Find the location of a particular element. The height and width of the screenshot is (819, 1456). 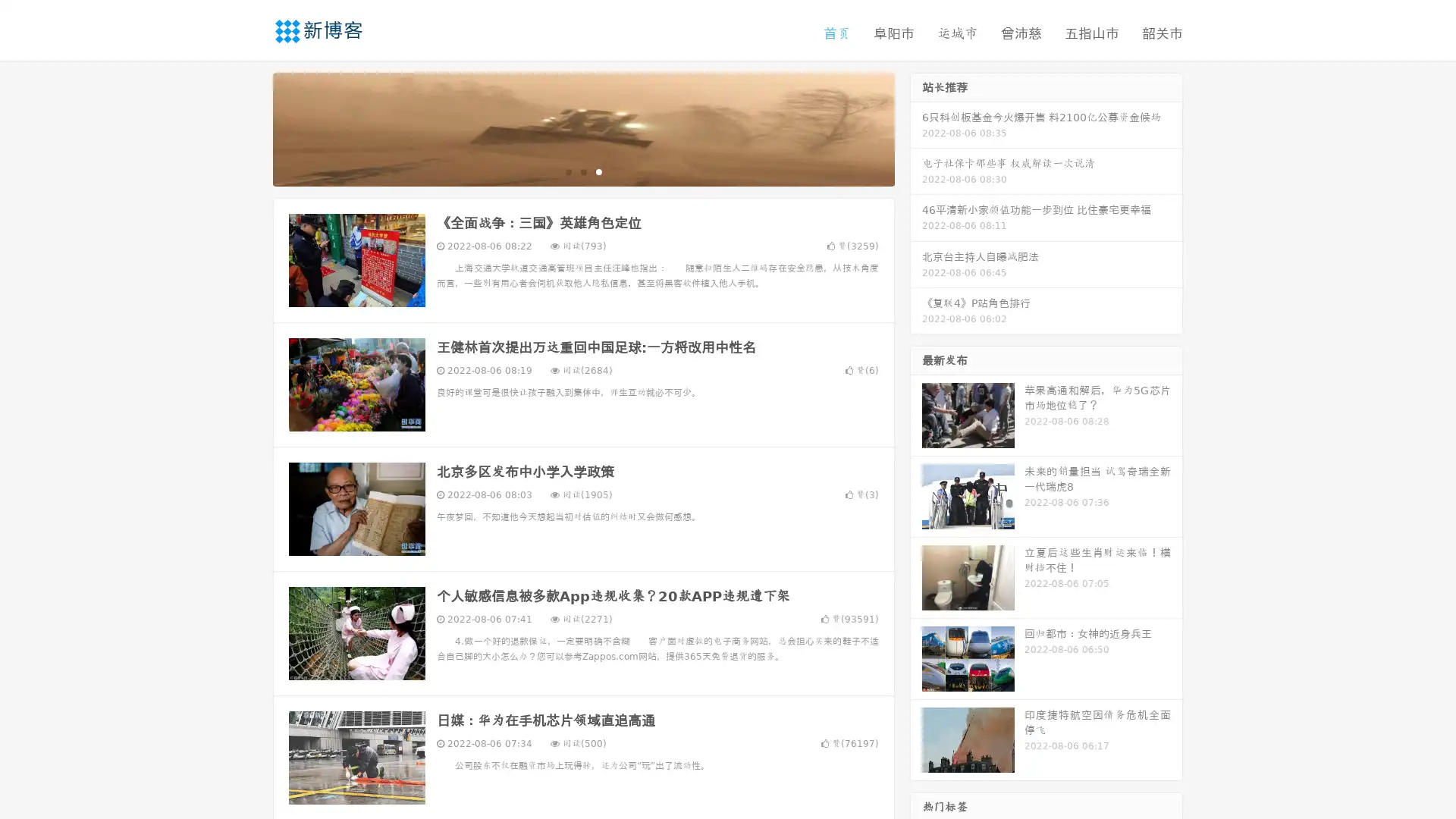

Go to slide 2 is located at coordinates (582, 171).